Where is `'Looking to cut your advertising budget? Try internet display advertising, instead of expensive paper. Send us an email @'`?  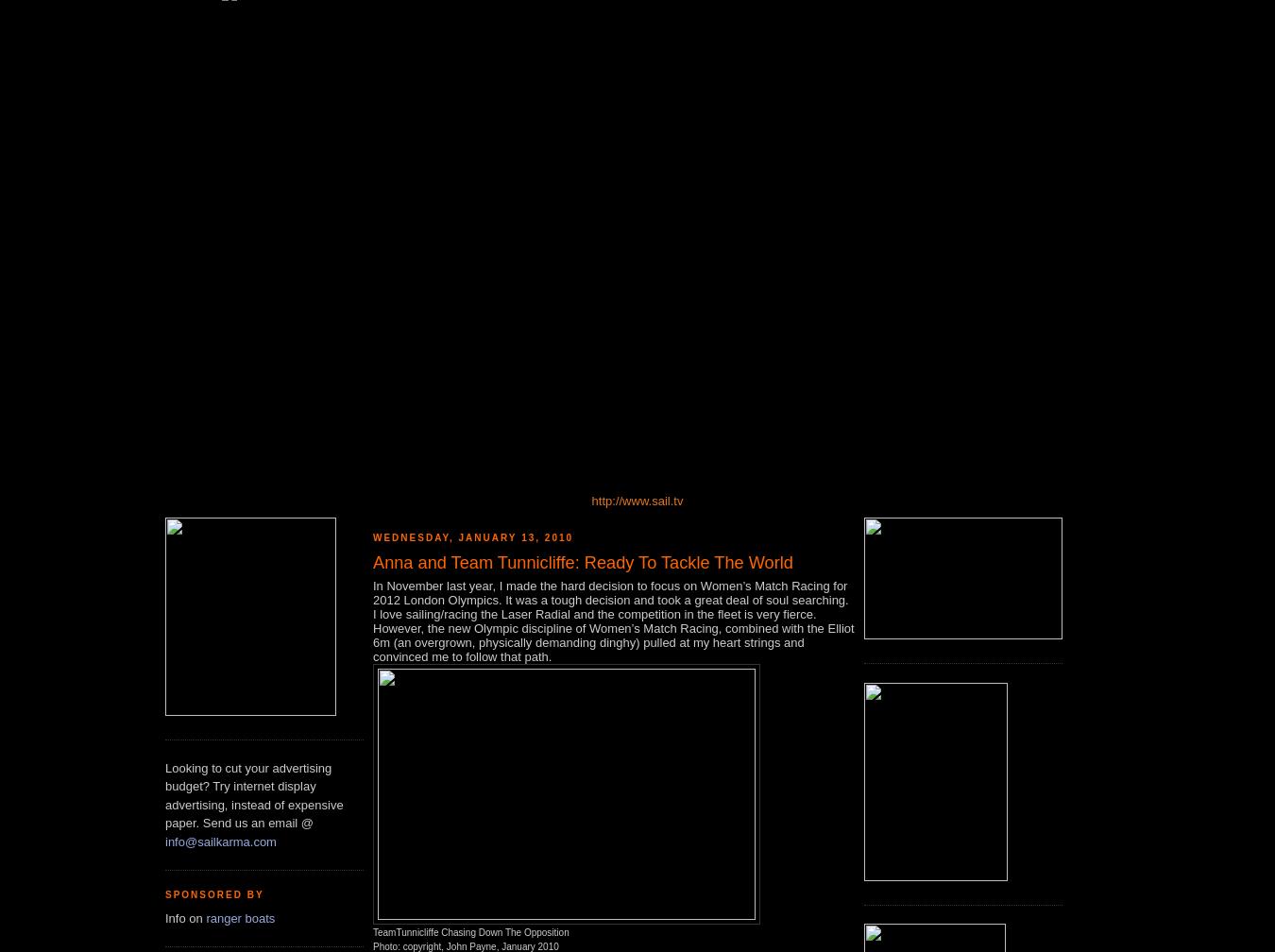 'Looking to cut your advertising budget? Try internet display advertising, instead of expensive paper. Send us an email @' is located at coordinates (253, 794).